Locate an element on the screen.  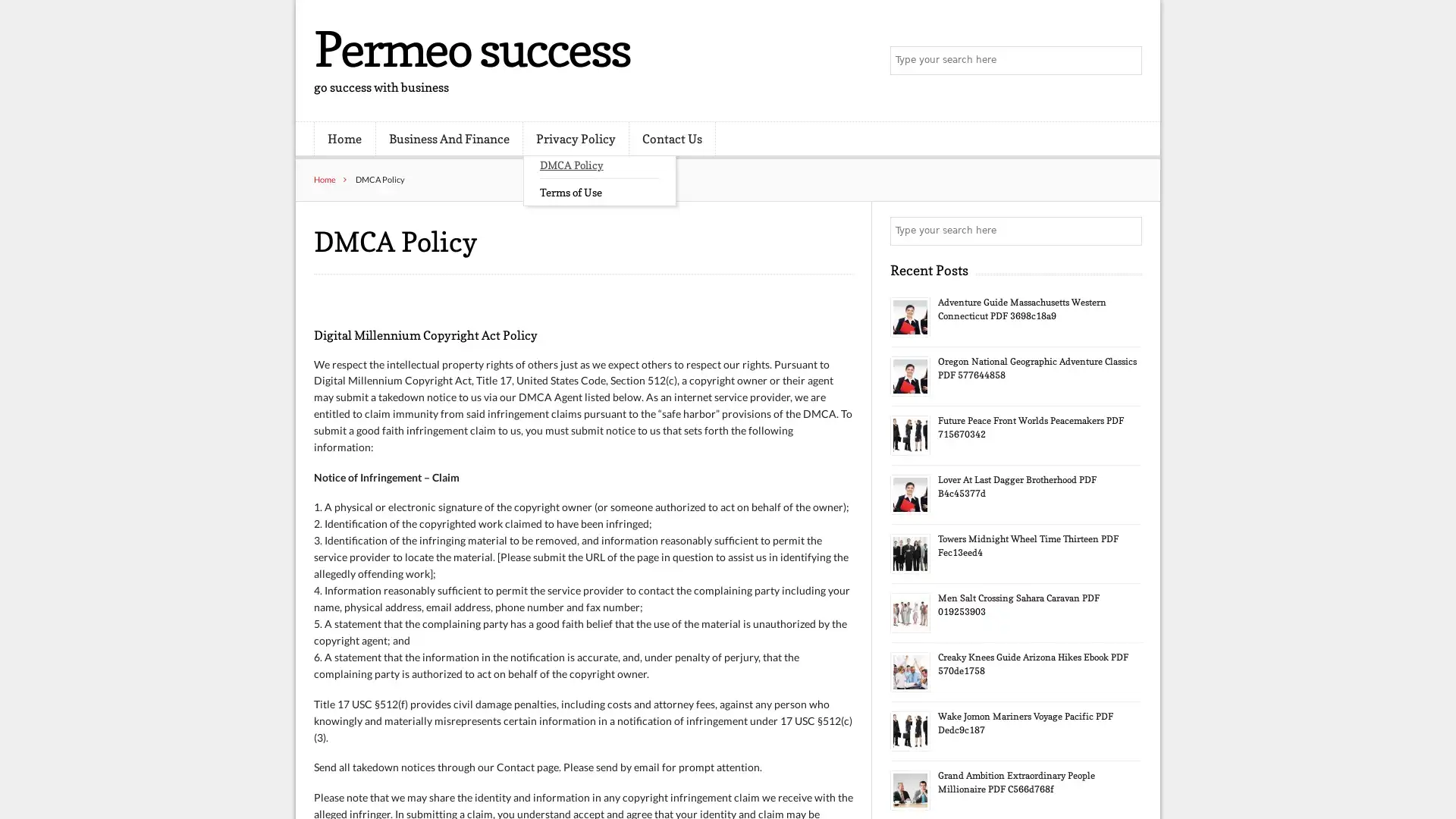
Search is located at coordinates (1126, 231).